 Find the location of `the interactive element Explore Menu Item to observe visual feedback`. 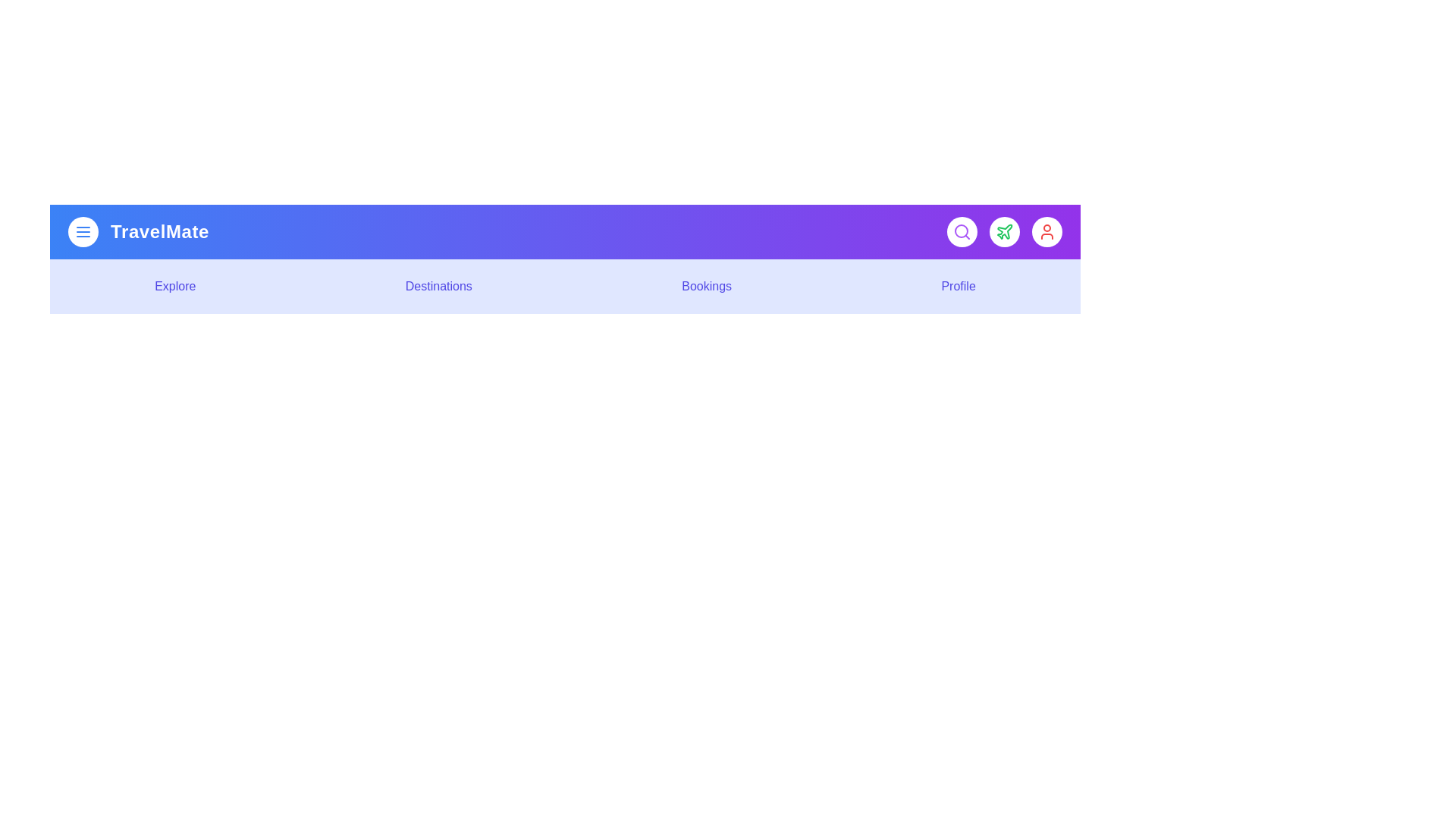

the interactive element Explore Menu Item to observe visual feedback is located at coordinates (174, 287).